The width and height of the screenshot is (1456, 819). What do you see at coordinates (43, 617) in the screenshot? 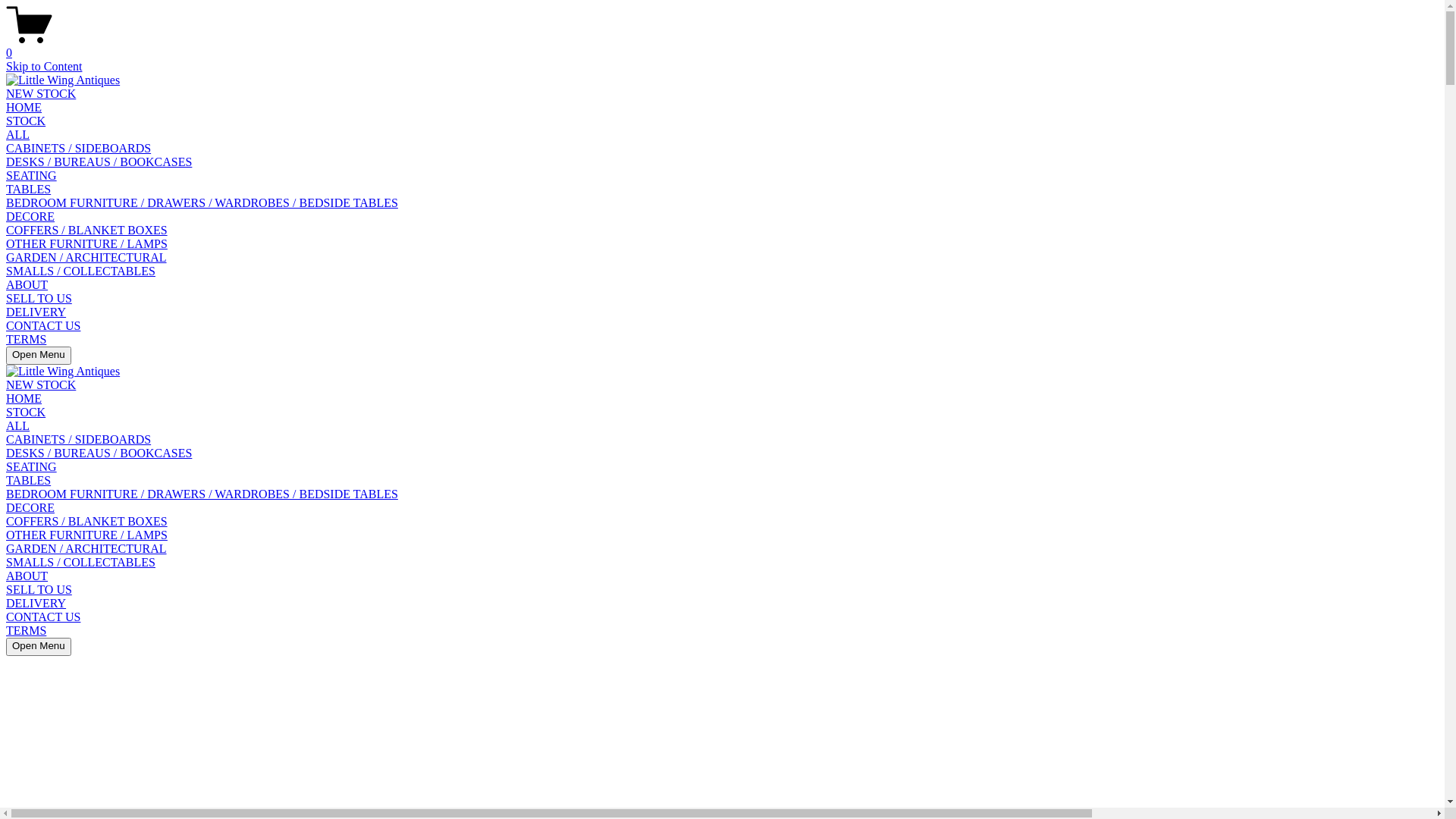
I see `'CONTACT US'` at bounding box center [43, 617].